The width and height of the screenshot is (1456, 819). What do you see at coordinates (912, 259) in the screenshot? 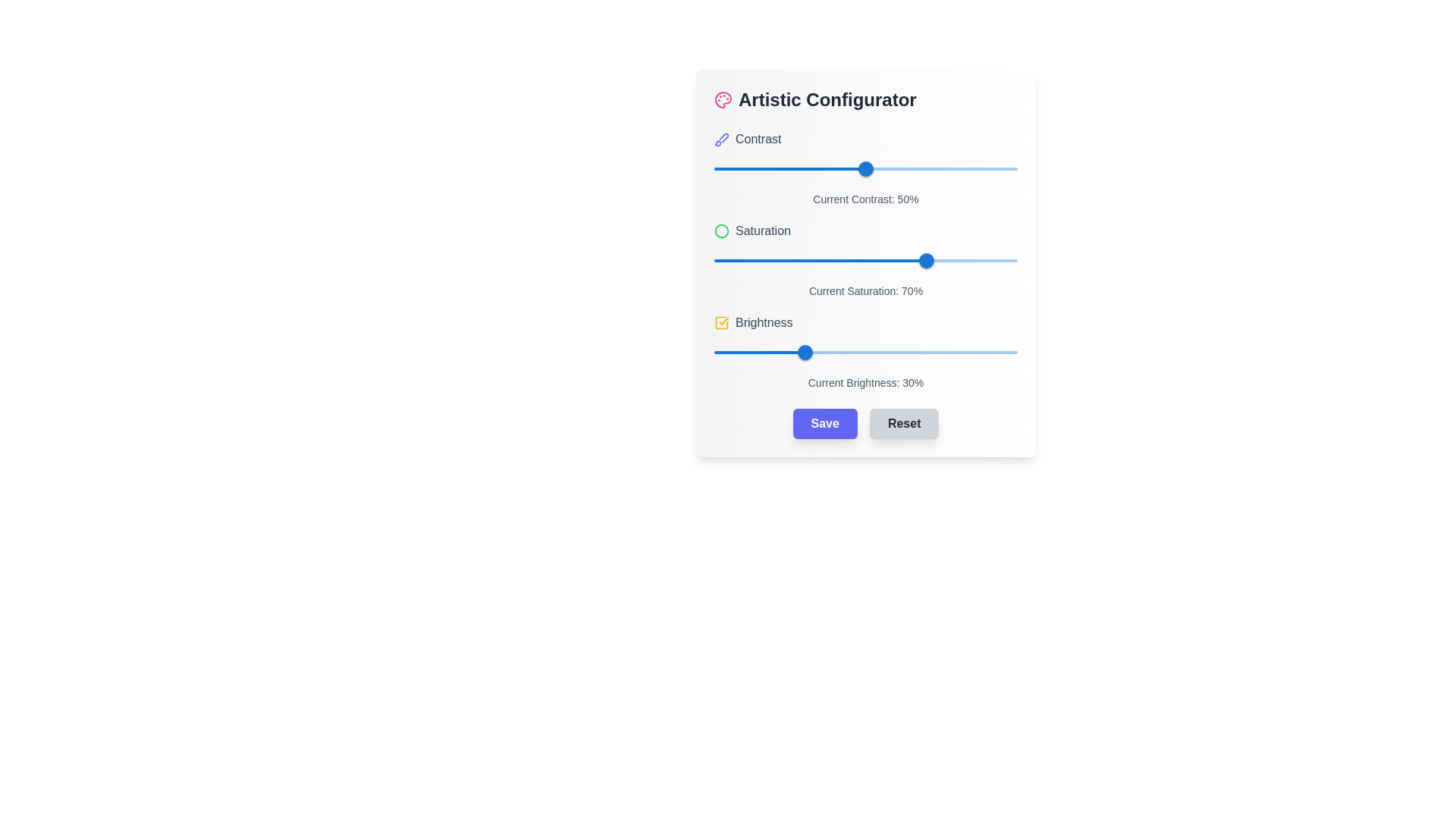
I see `saturation` at bounding box center [912, 259].